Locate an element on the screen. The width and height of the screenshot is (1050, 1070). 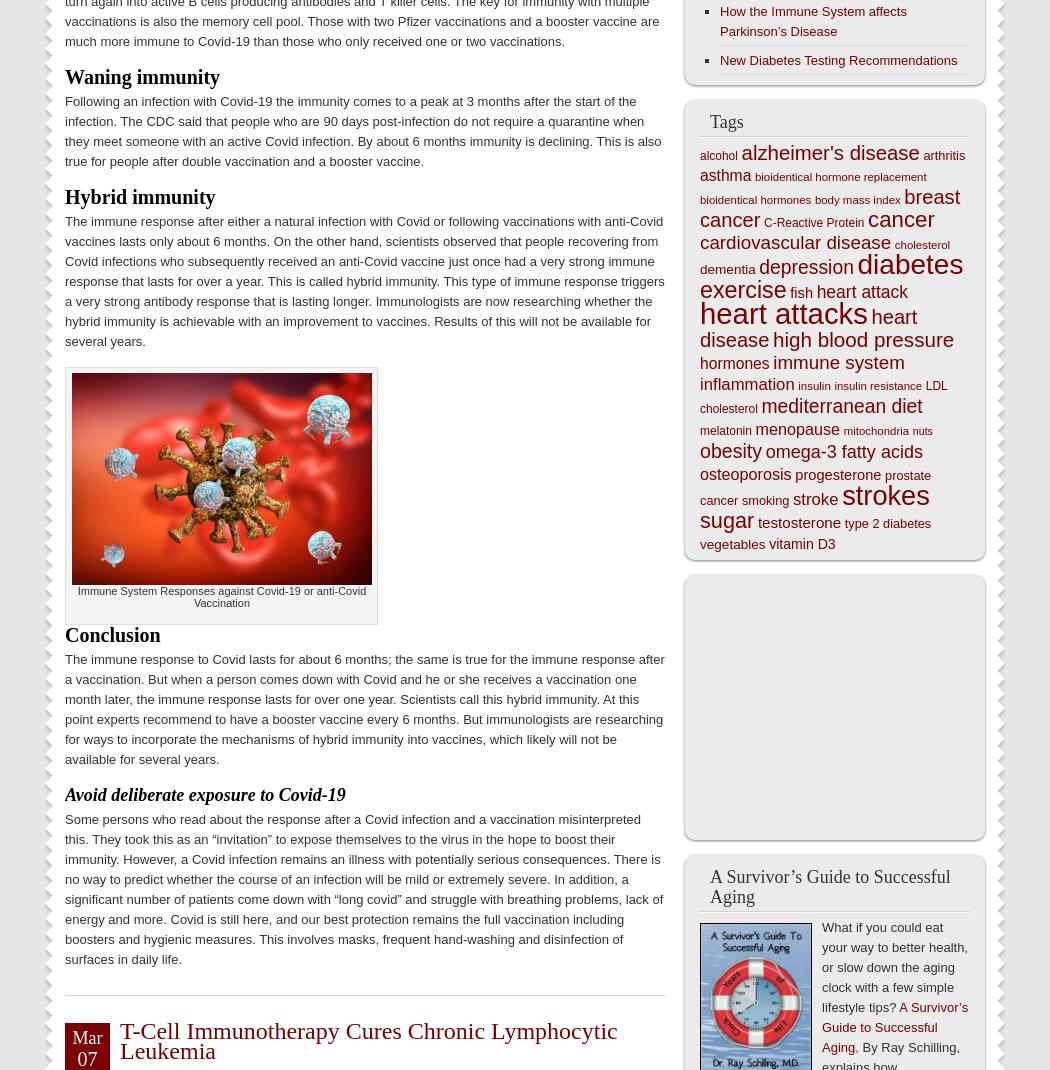
'osteoporosis' is located at coordinates (700, 474).